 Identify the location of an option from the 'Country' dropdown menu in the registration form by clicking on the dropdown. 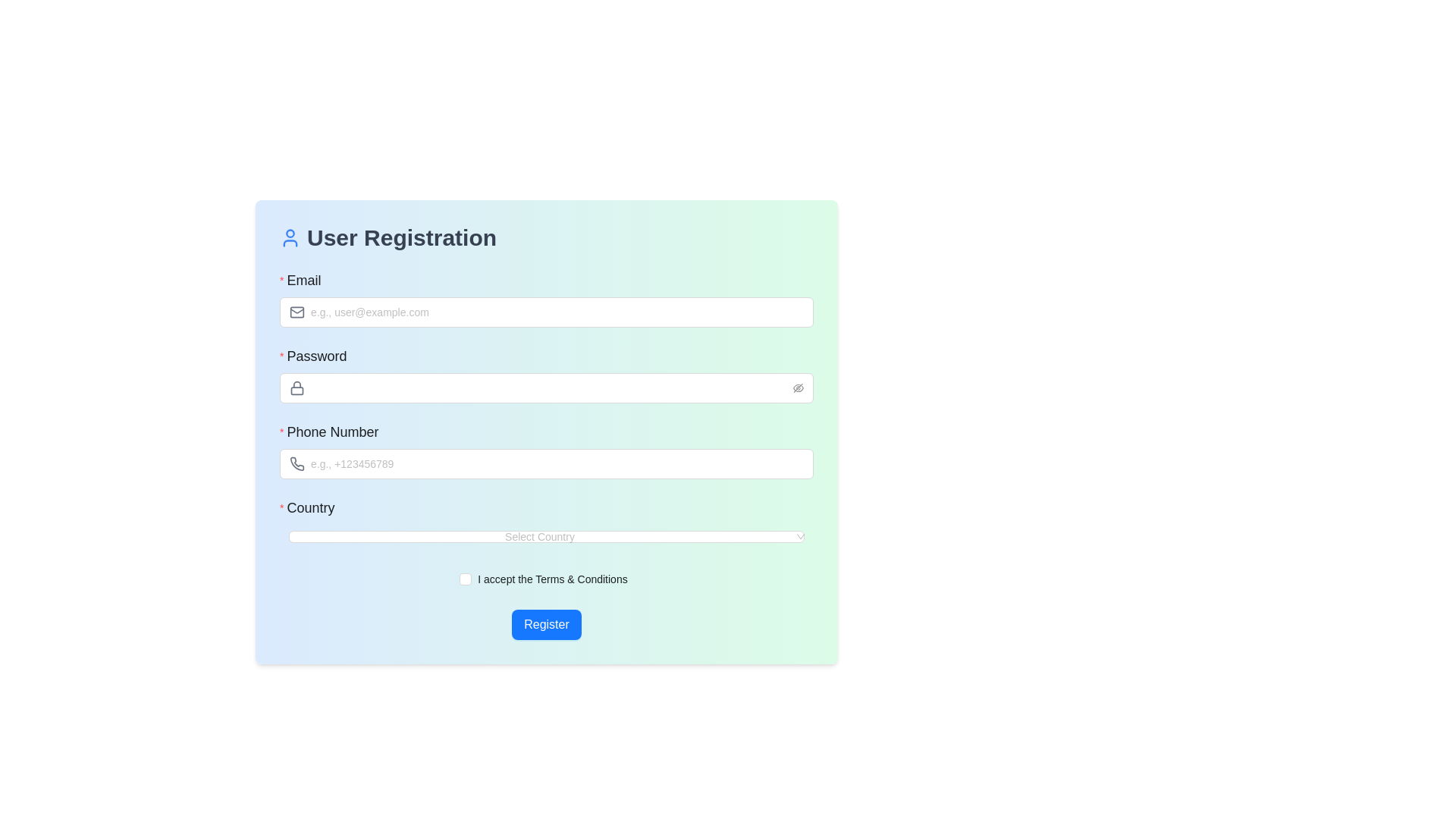
(546, 522).